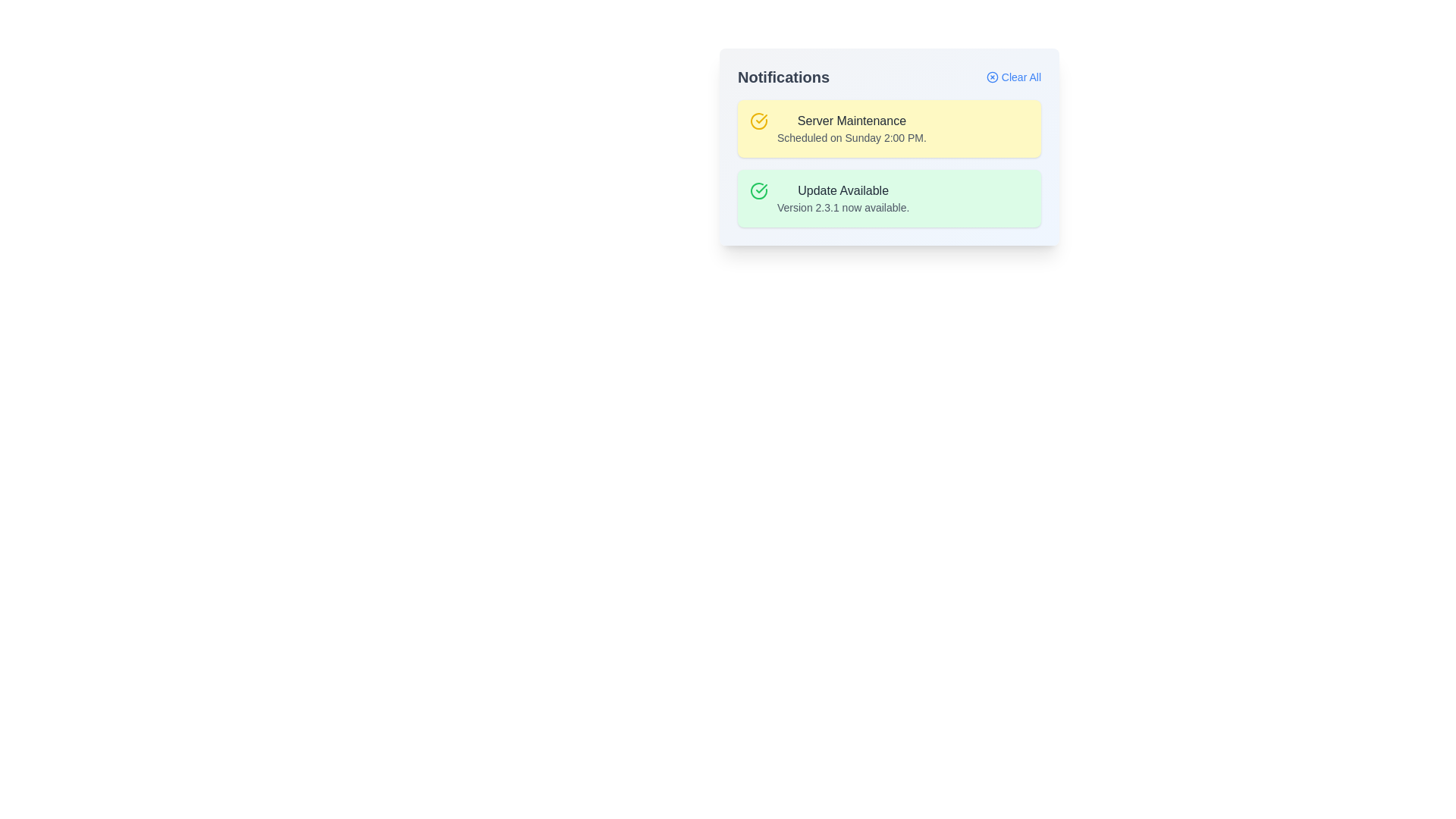  What do you see at coordinates (889, 127) in the screenshot?
I see `the first notification card, which has a yellow background and contains the text 'Server Maintenance' in bold and 'Scheduled on Sunday 2:00 PM.' below it` at bounding box center [889, 127].